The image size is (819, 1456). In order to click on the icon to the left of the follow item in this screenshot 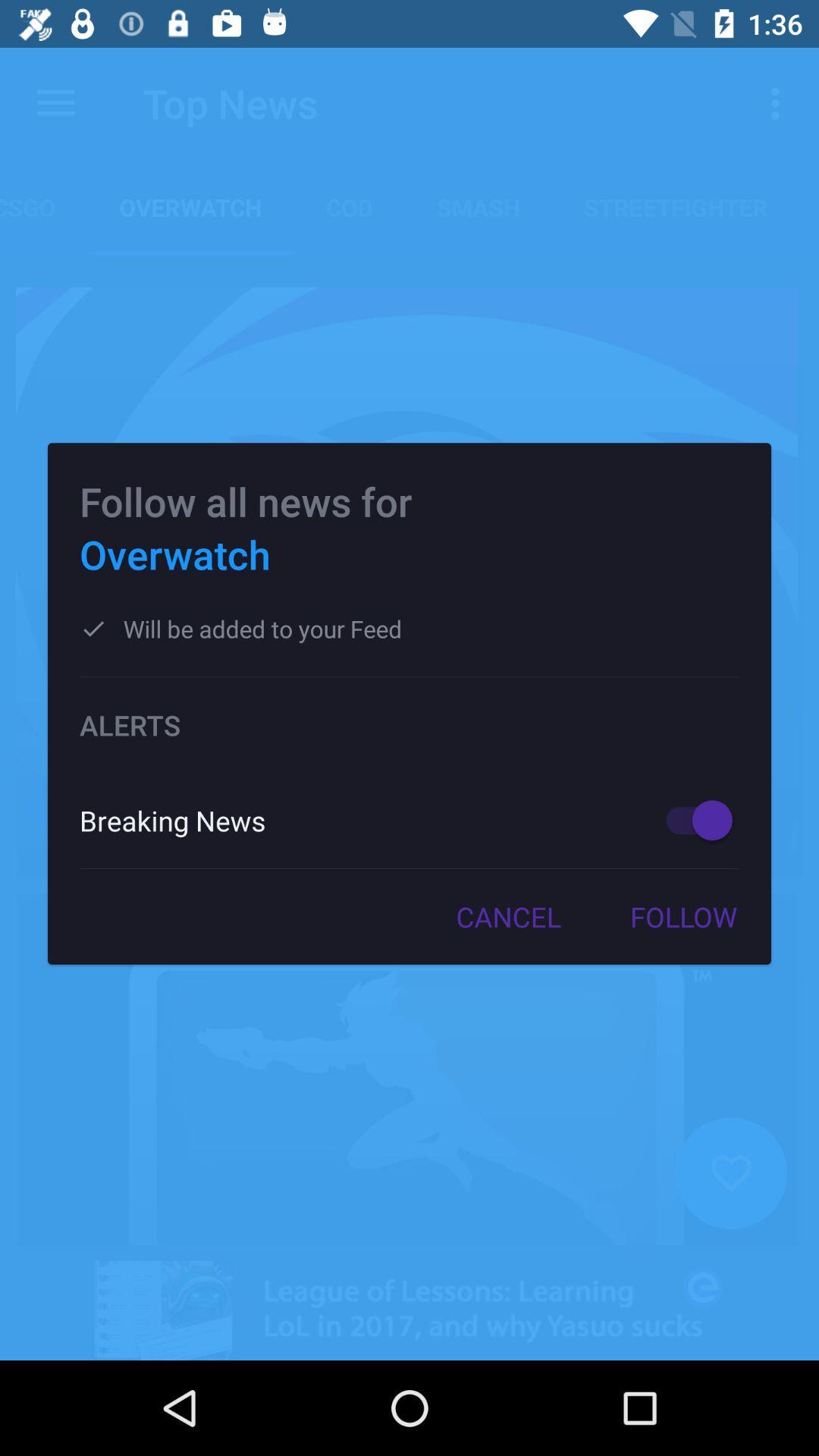, I will do `click(508, 916)`.